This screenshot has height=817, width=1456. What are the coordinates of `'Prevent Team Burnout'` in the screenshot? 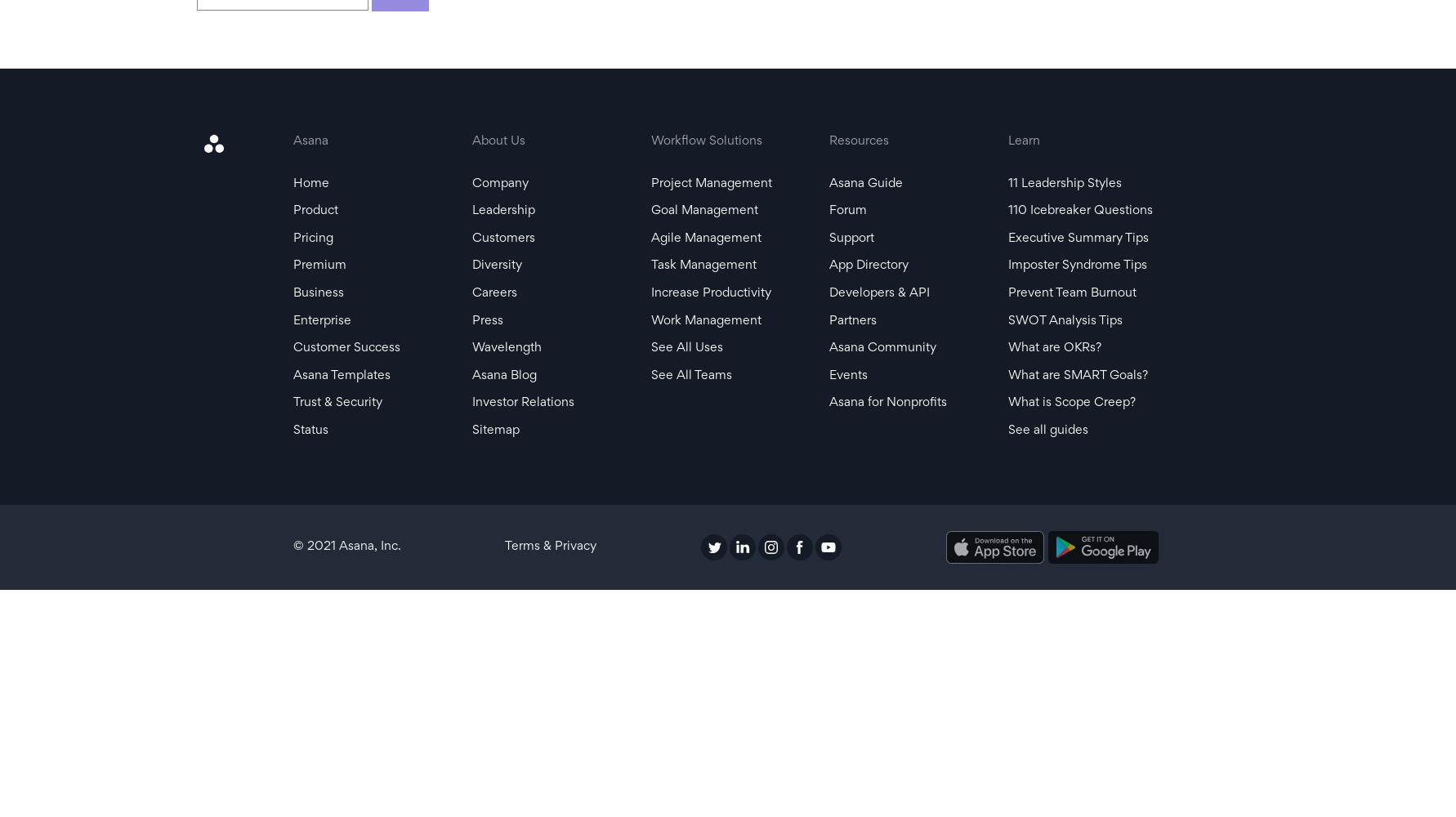 It's located at (1071, 292).